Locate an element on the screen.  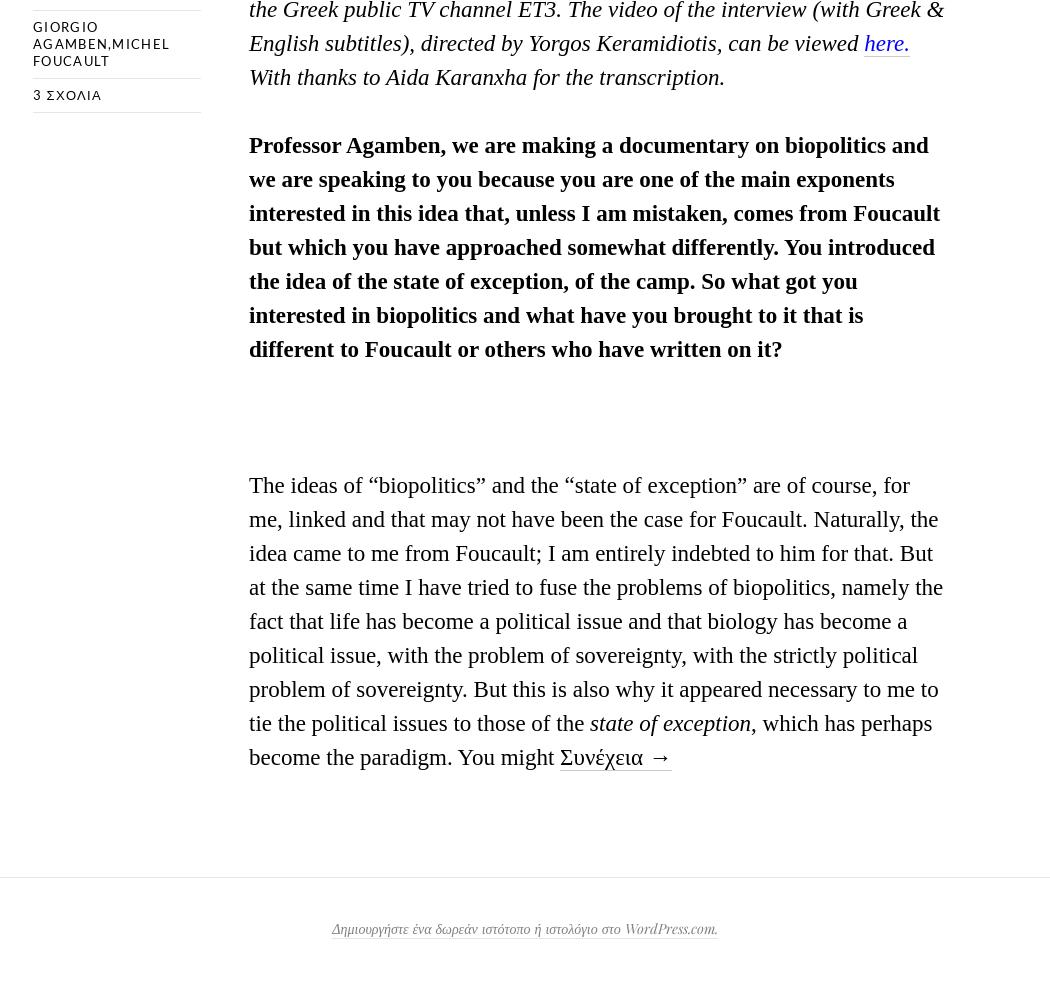
'The ideas of “biopolitics” and the “state of exception” are of course, for me, linked and that may not have been the case for Foucault. Naturally, the idea came to me from Foucault; I am entirely indebted to him for that. But at the same time I have tried to fuse the problems of biopolitics, namely the fact that life has become a political issue and that biology has become a political issue, with the problem of sovereignty, with the strictly political problem of sovereignty. But this is also why it appeared necessary to me to tie the political issues to those of the' is located at coordinates (594, 602).